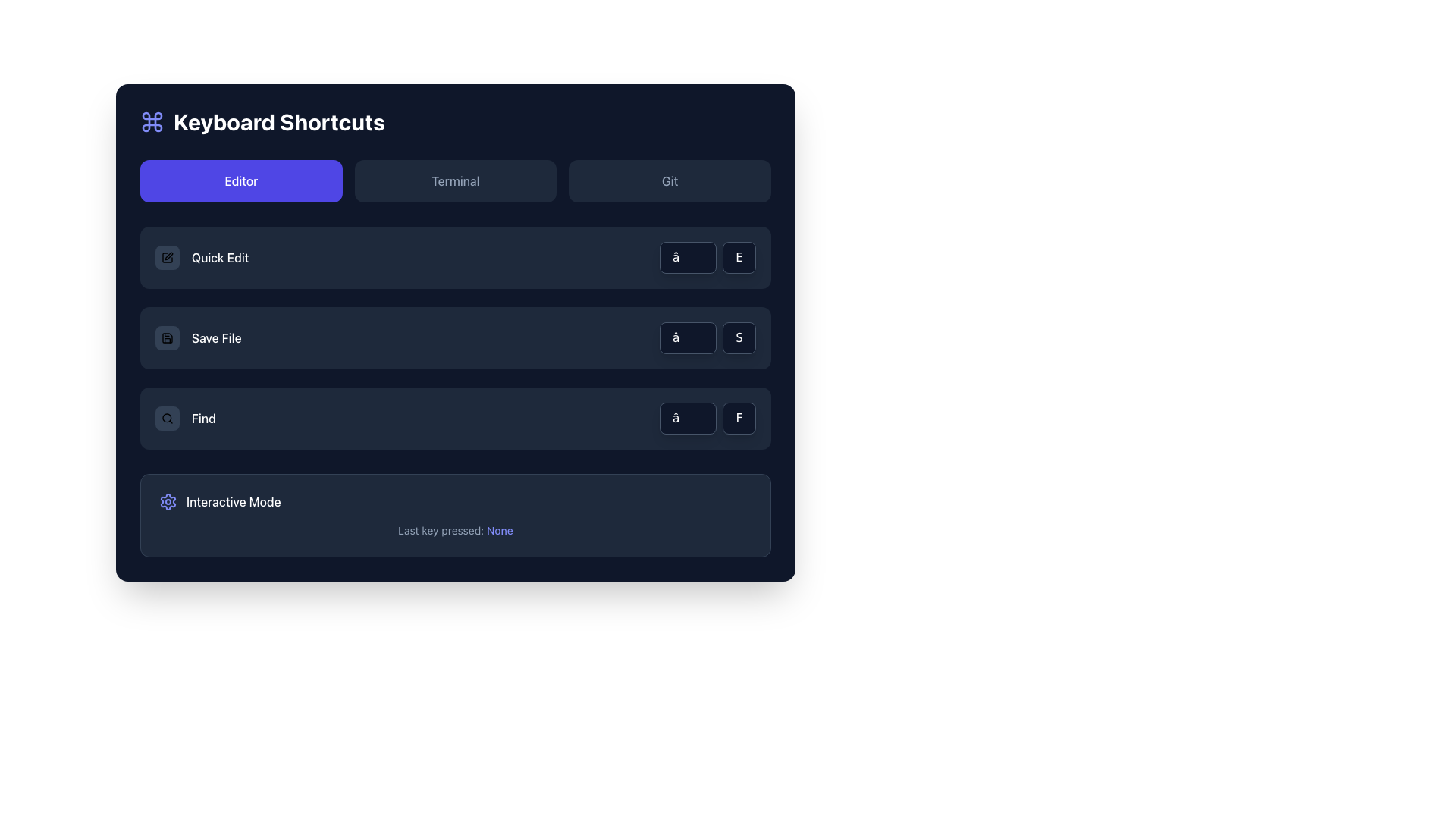 This screenshot has height=819, width=1456. I want to click on the blue command key icon resembling a four-looped clover shape, located at the top left corner of the interface, next to 'Keyboard Shortcuts', so click(152, 121).